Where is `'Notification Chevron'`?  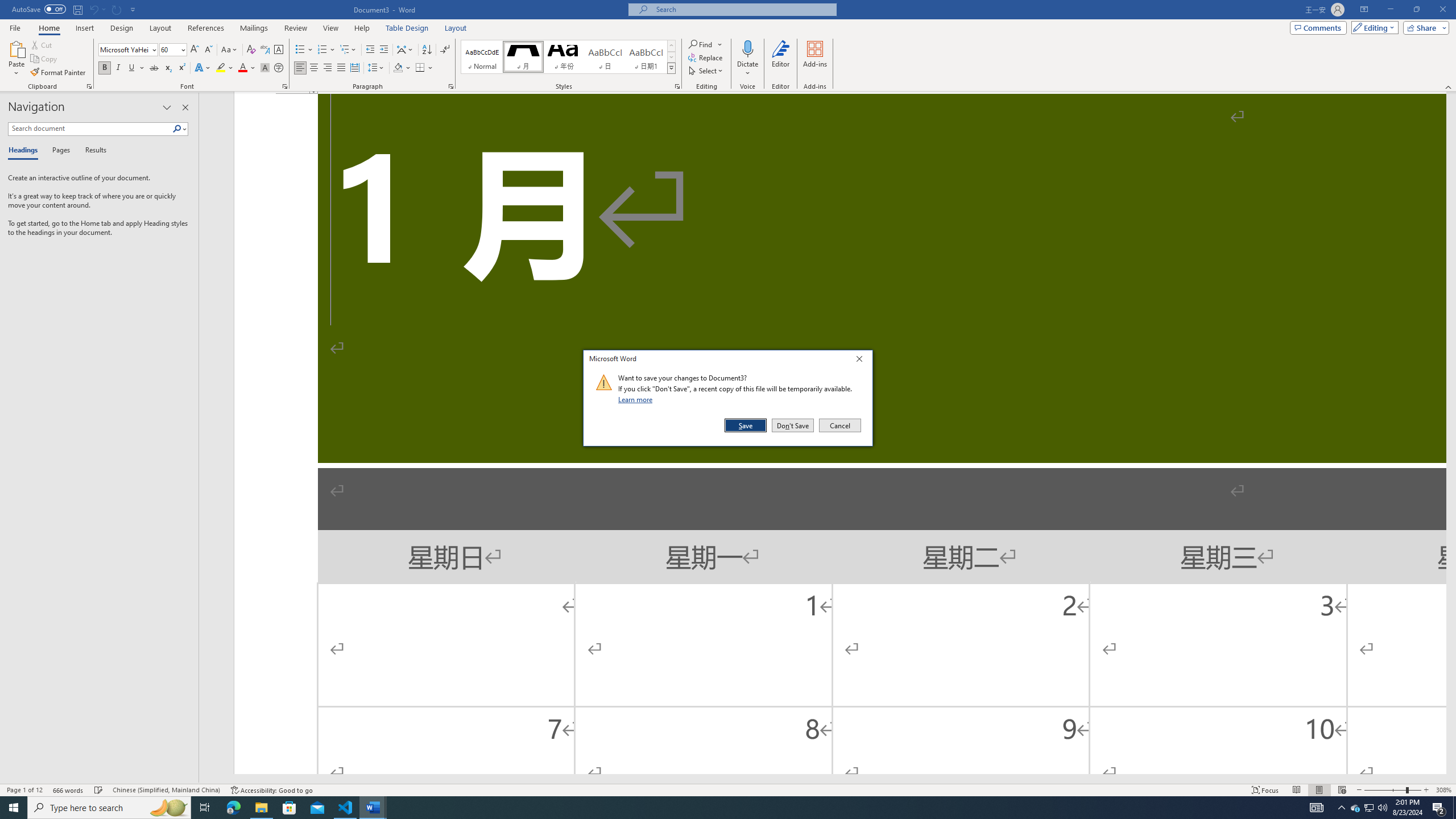 'Notification Chevron' is located at coordinates (1342, 806).